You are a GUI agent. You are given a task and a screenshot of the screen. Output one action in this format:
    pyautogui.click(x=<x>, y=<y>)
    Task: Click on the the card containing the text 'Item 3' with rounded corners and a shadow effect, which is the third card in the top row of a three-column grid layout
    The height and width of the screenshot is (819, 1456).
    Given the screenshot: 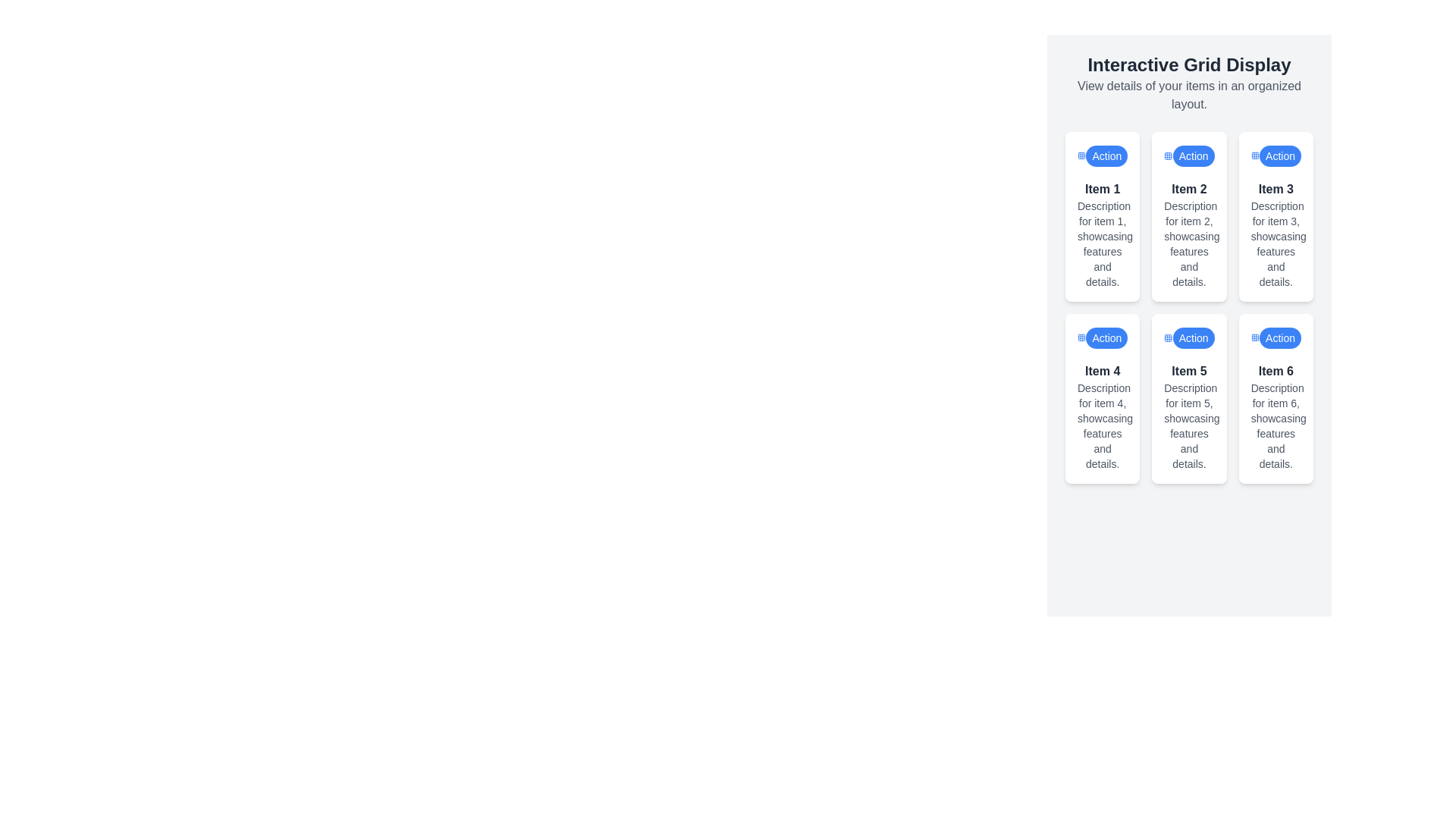 What is the action you would take?
    pyautogui.click(x=1275, y=216)
    